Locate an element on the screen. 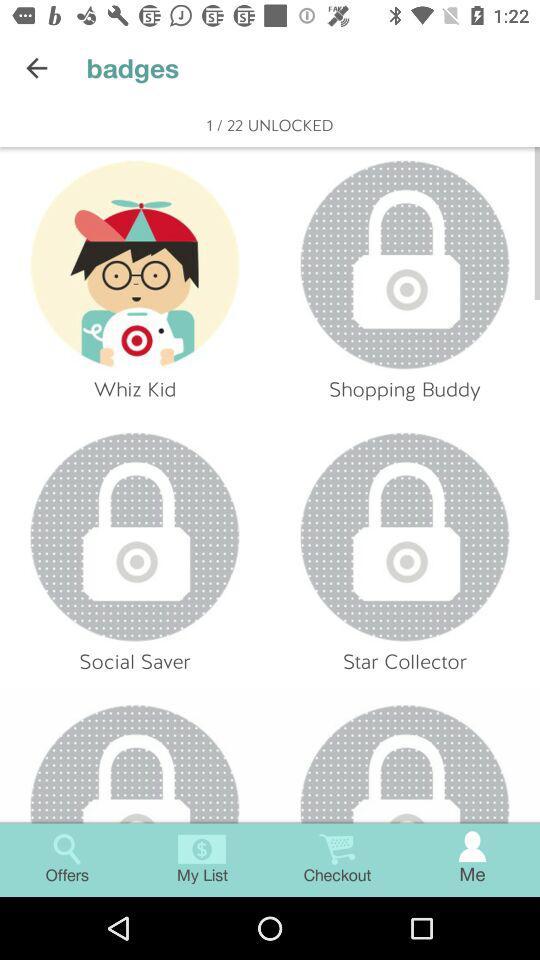 The image size is (540, 960). the item to the left of badges item is located at coordinates (36, 68).